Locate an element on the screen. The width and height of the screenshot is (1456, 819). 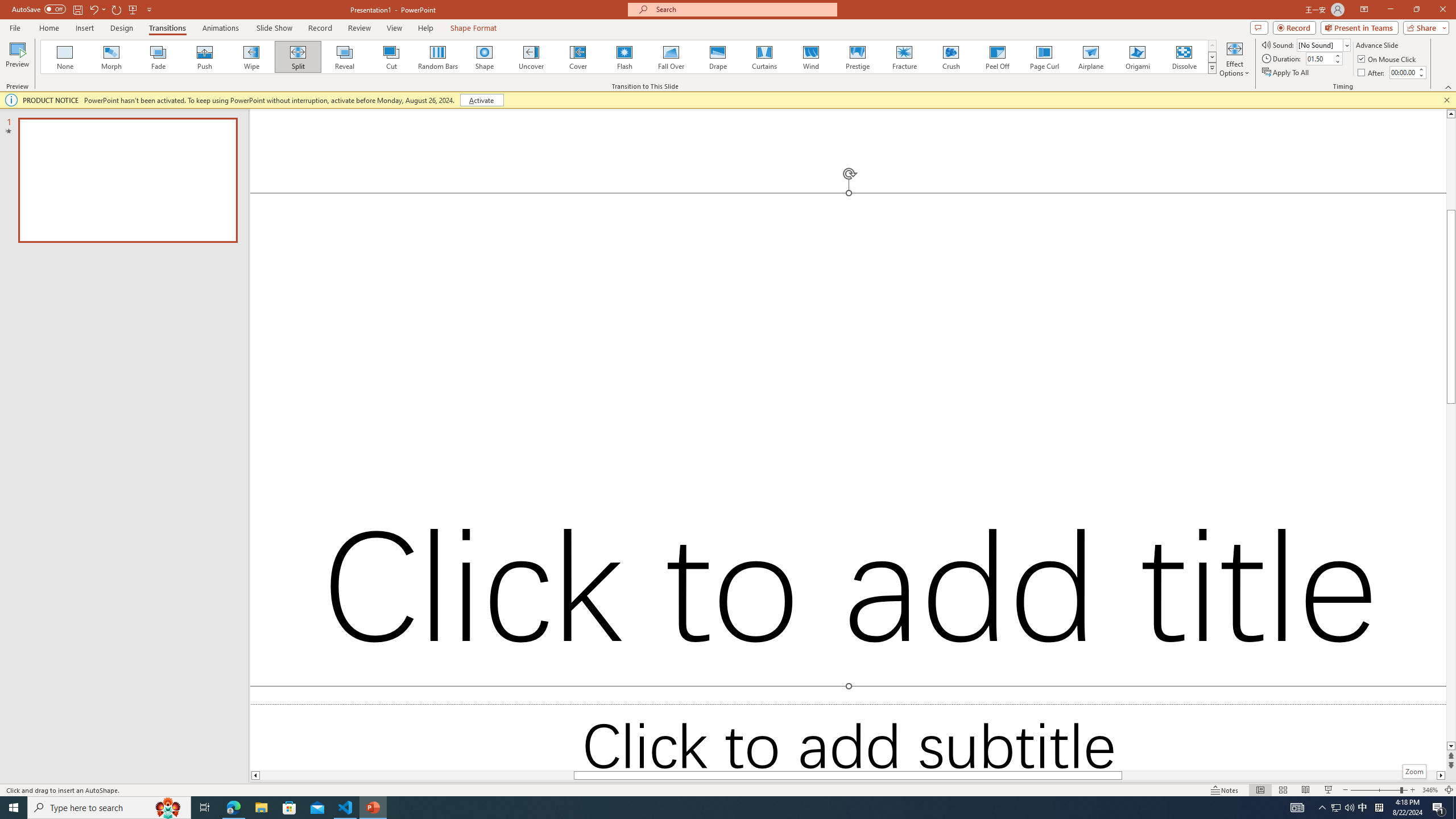
'Flash' is located at coordinates (624, 56).